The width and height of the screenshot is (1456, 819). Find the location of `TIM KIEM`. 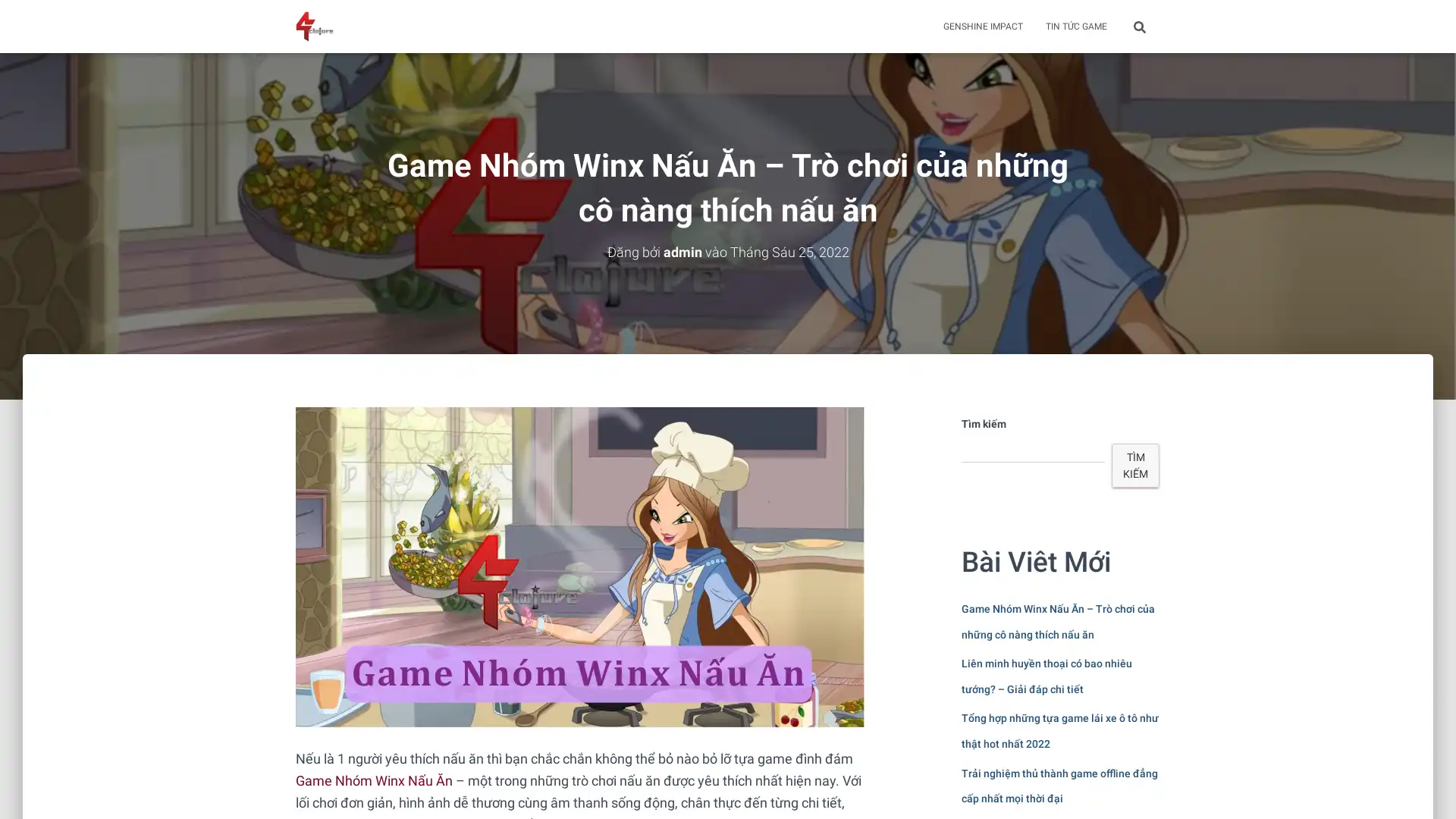

TIM KIEM is located at coordinates (1135, 464).